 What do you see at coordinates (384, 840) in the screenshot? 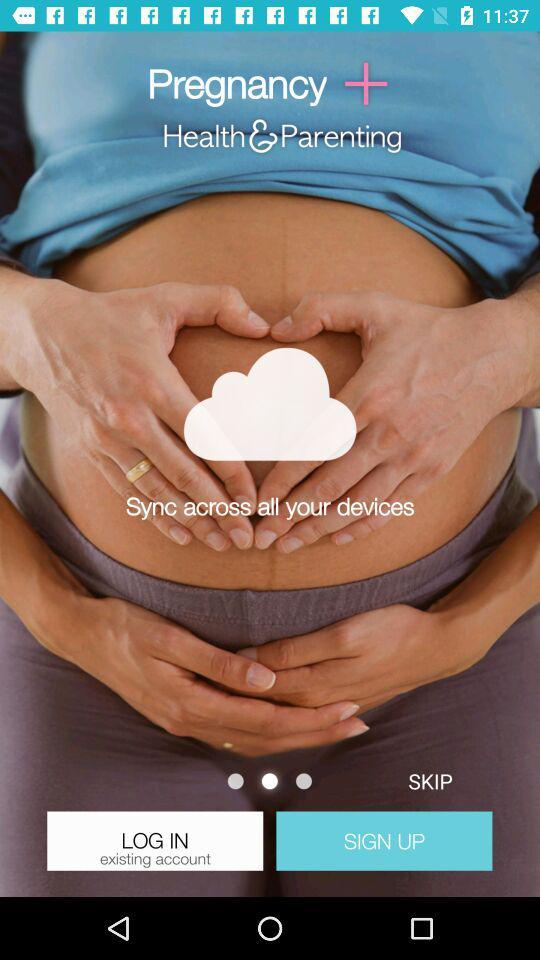
I see `sign up item` at bounding box center [384, 840].